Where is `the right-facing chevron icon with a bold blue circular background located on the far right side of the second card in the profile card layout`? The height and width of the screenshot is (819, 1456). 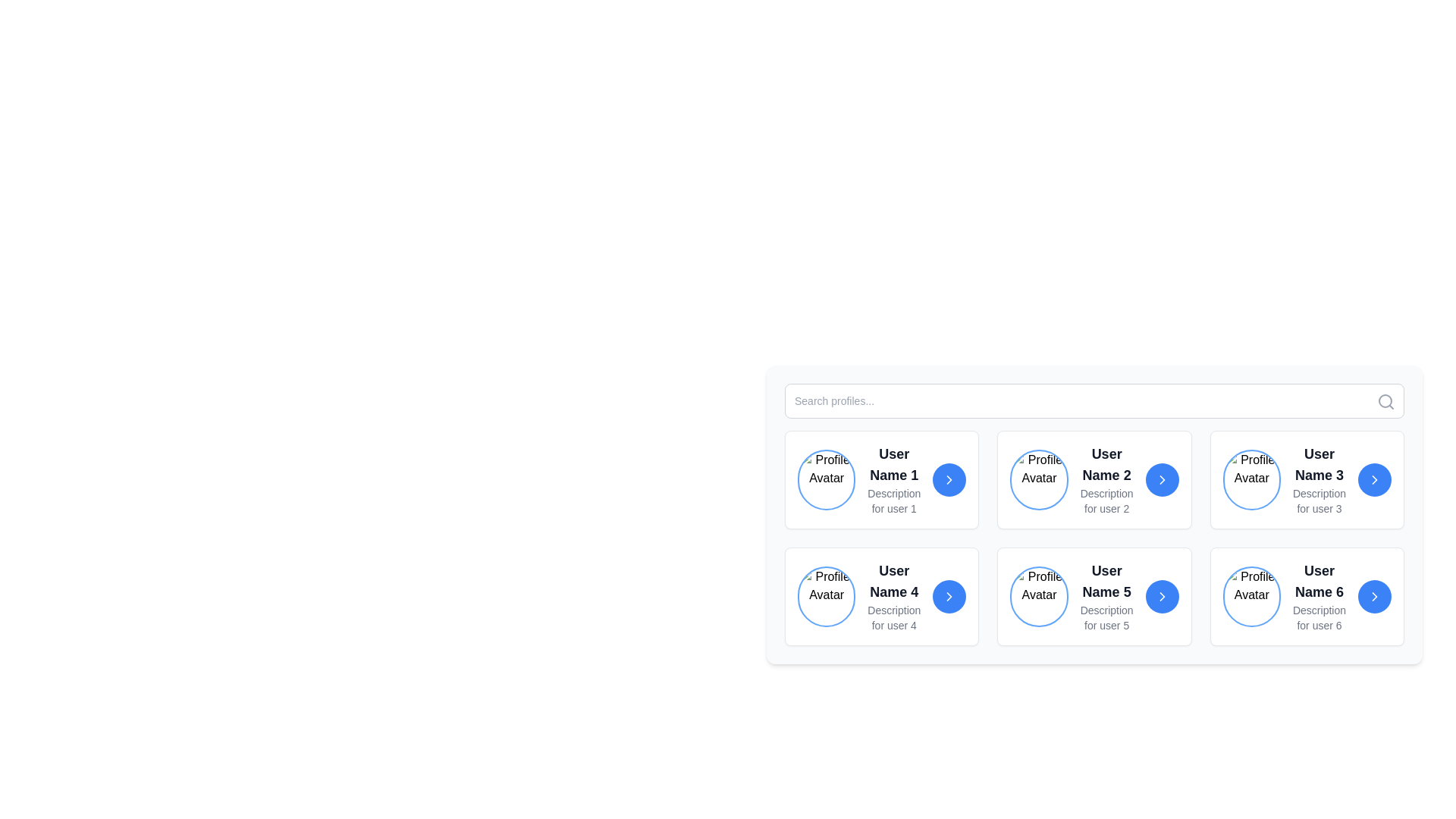 the right-facing chevron icon with a bold blue circular background located on the far right side of the second card in the profile card layout is located at coordinates (1161, 479).